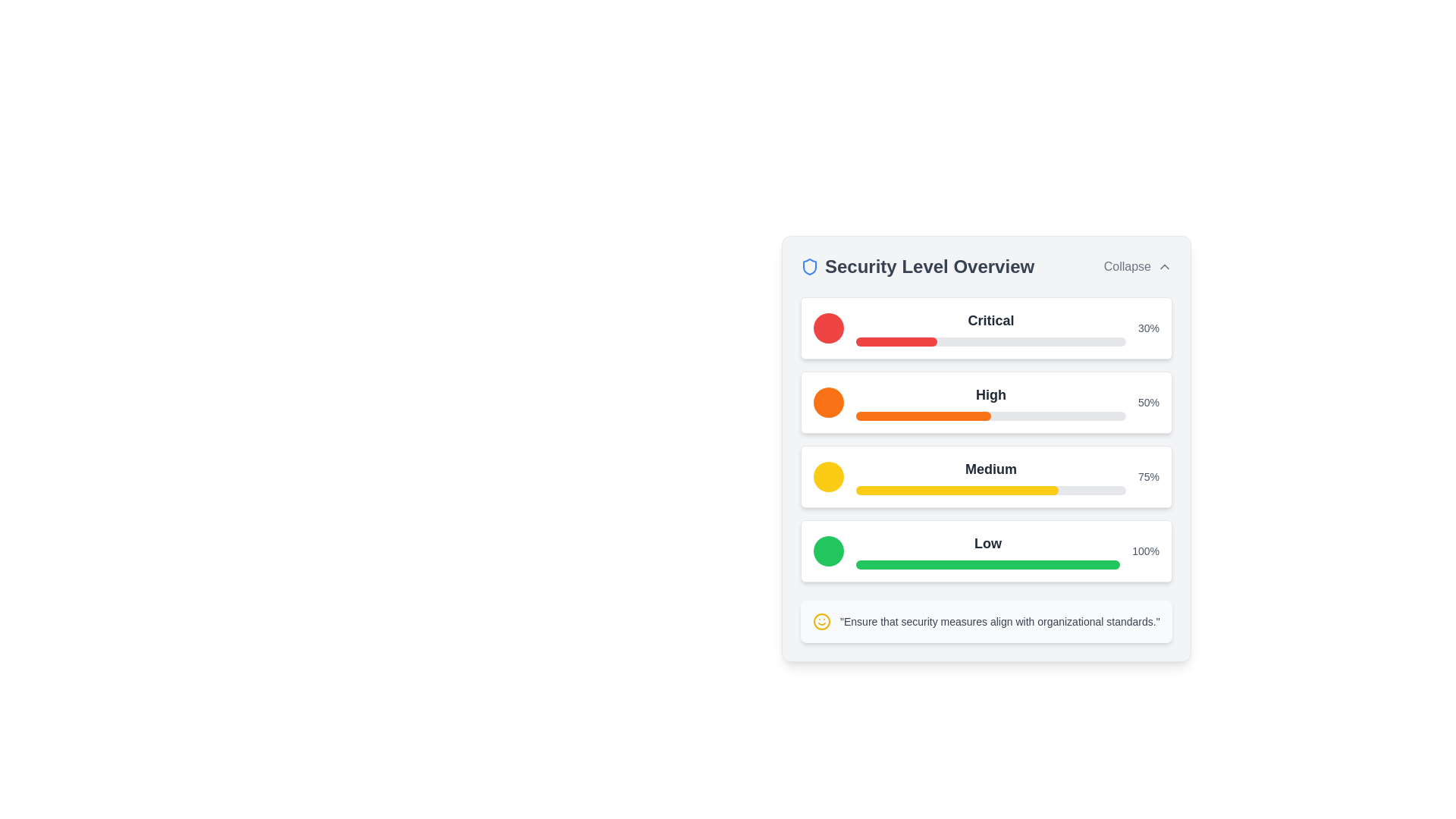 Image resolution: width=1456 pixels, height=819 pixels. I want to click on the filled portion of the progress bar indicating 75% progress for the 'Medium' security level in the 'Security Level Overview' panel, so click(956, 491).